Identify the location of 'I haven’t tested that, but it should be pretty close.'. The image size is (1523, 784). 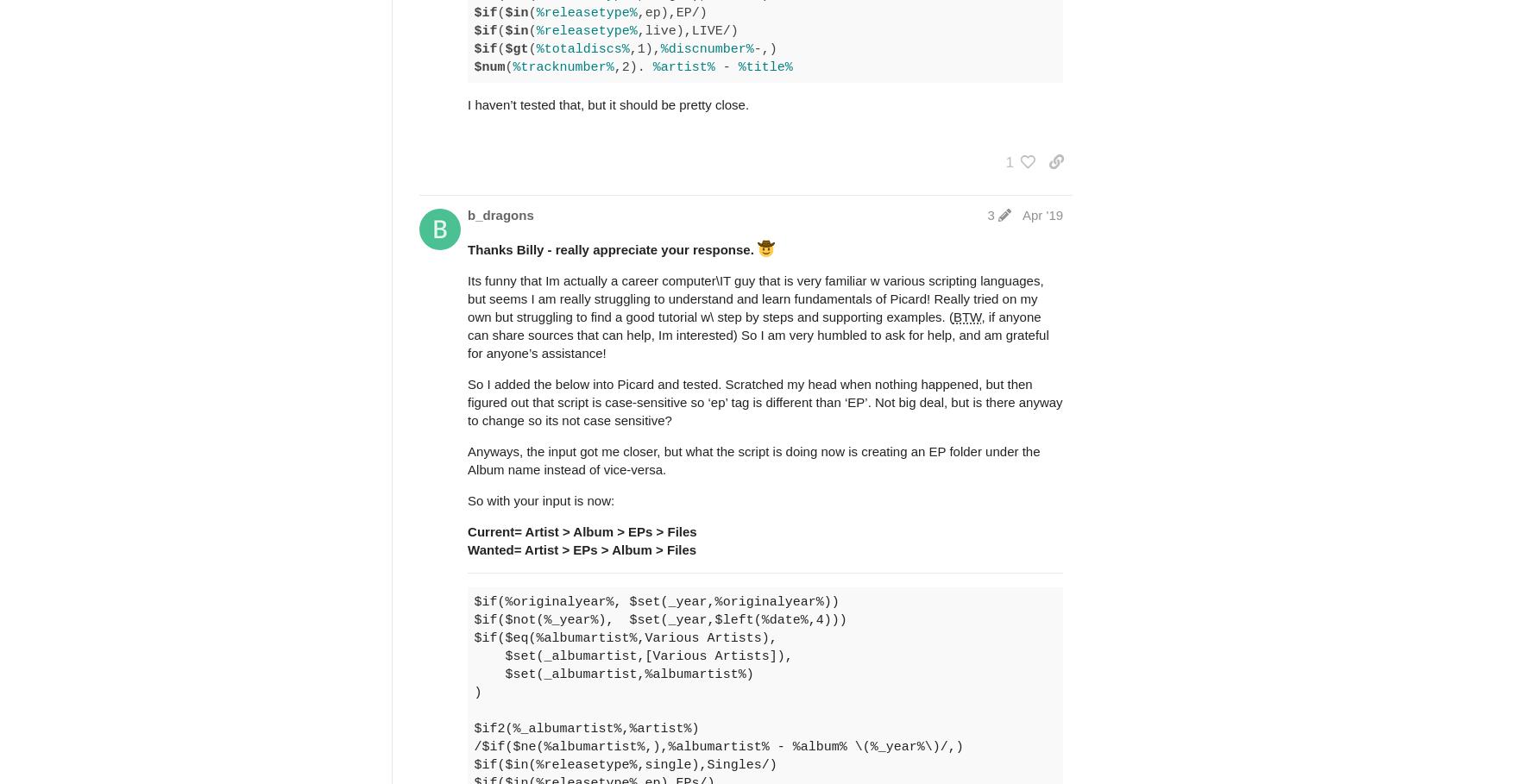
(467, 104).